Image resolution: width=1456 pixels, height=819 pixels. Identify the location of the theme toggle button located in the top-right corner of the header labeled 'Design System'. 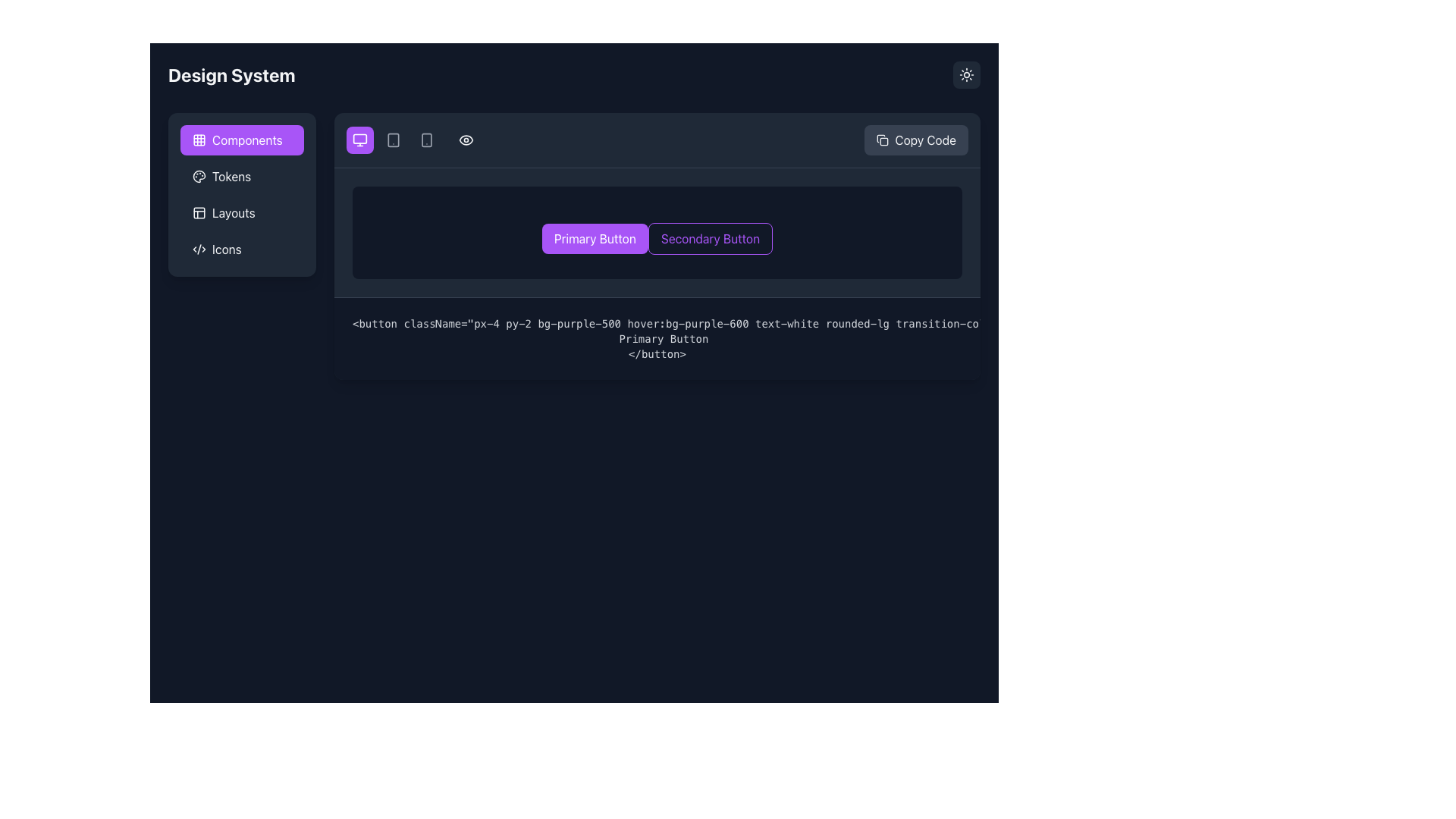
(966, 75).